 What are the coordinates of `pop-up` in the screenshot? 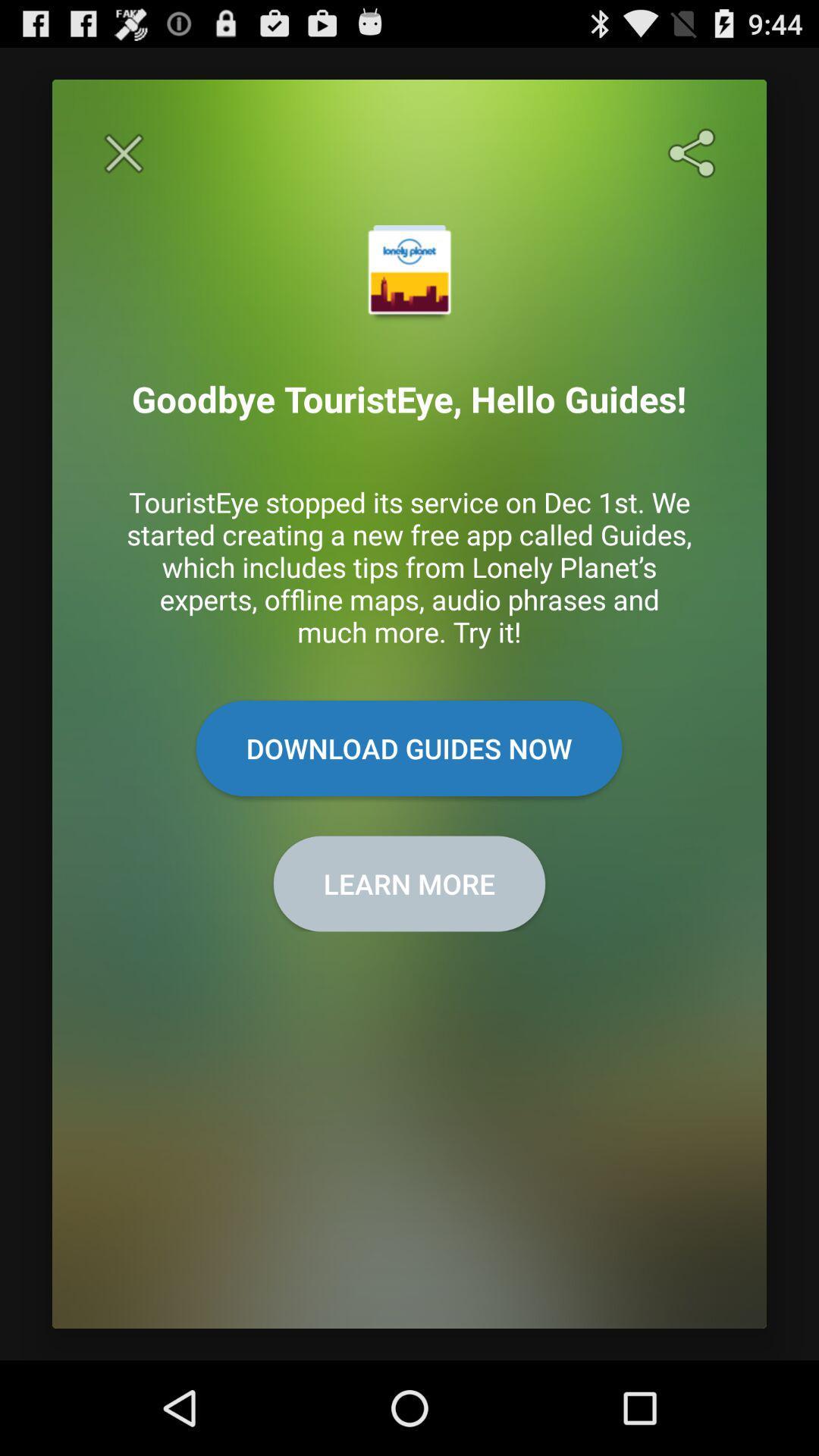 It's located at (123, 153).